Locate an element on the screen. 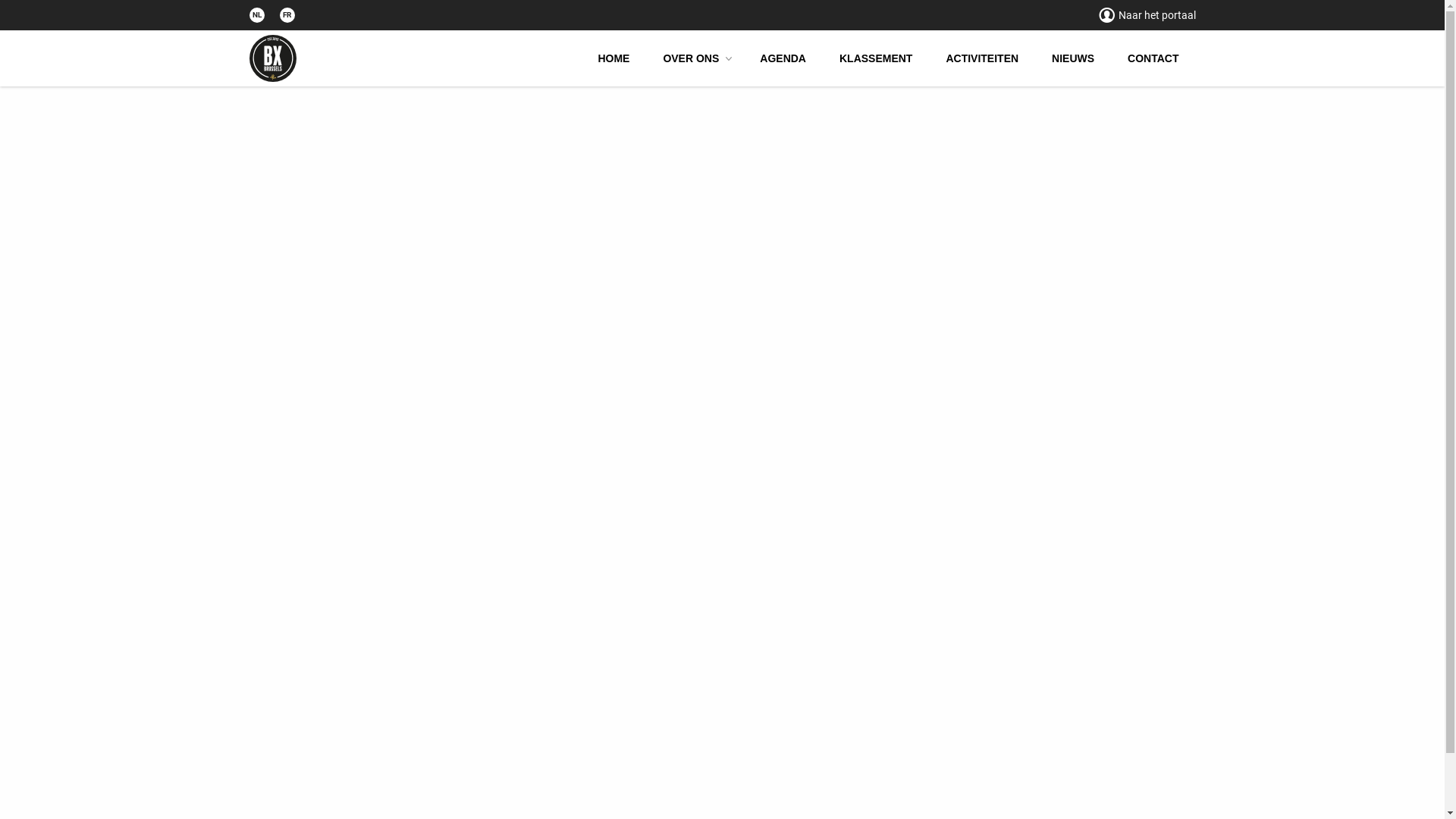  'KLASSEMENT' is located at coordinates (876, 58).